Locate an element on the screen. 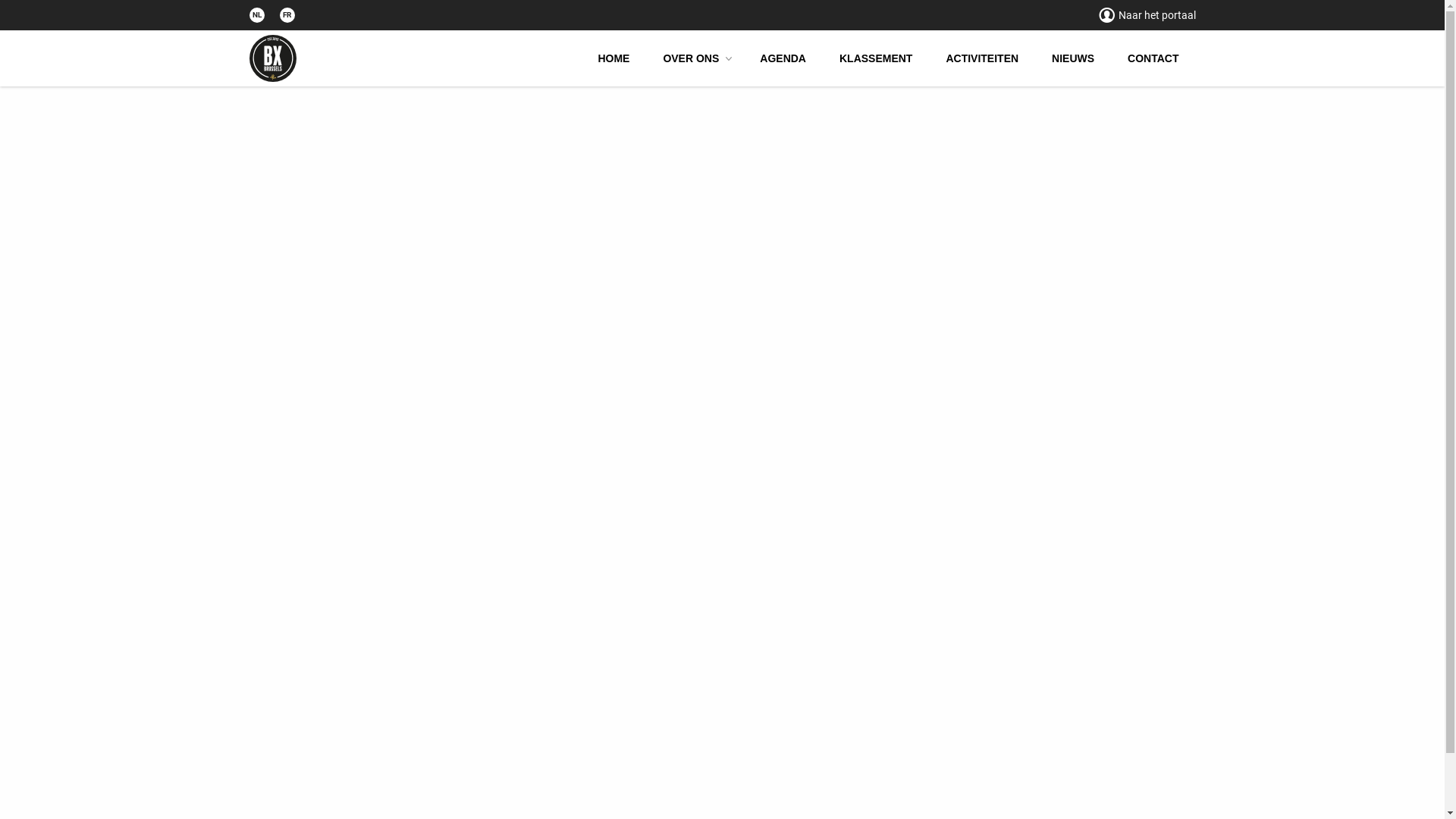  'KLASSEMENT' is located at coordinates (876, 58).